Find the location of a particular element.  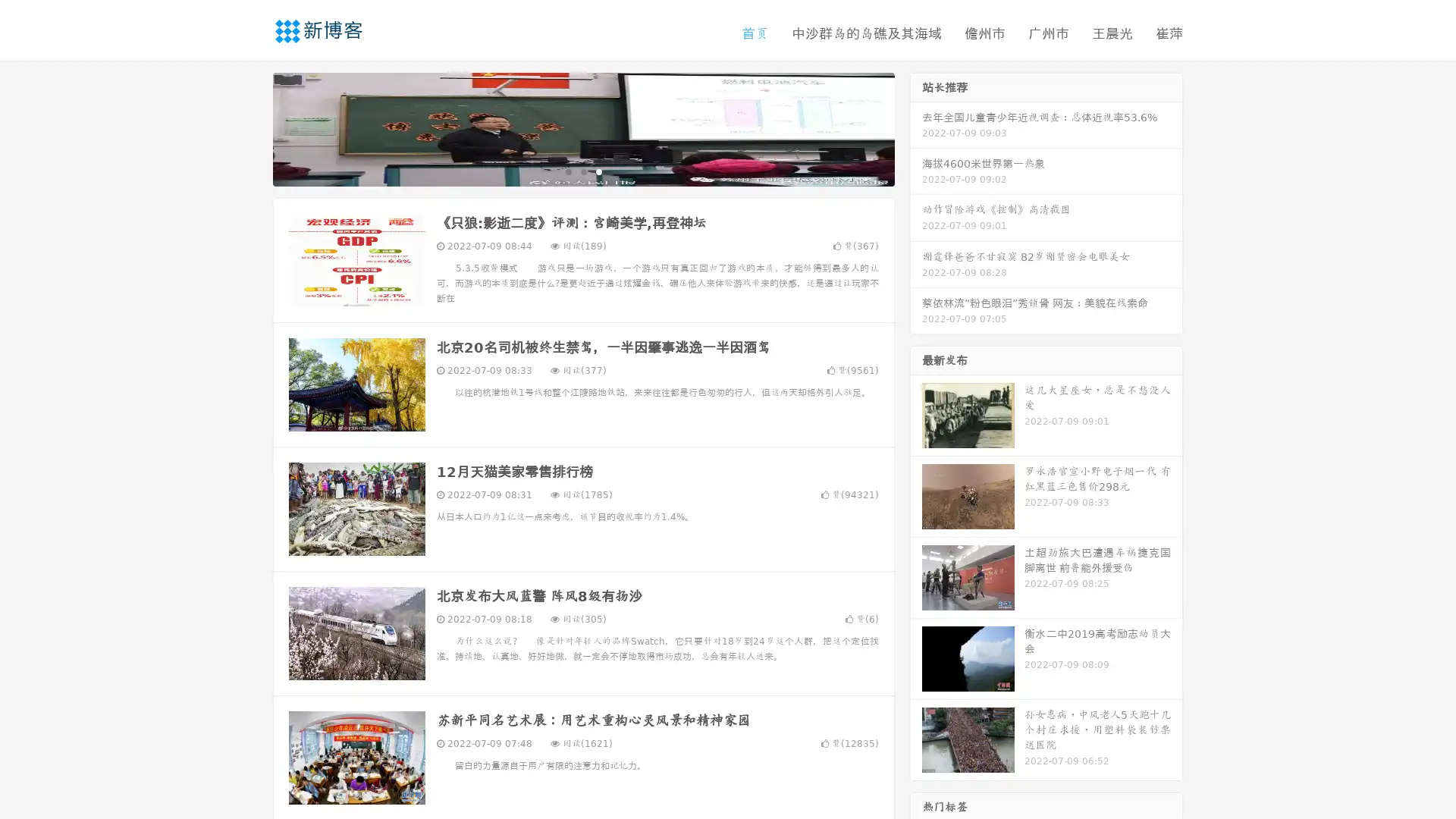

Previous slide is located at coordinates (250, 127).